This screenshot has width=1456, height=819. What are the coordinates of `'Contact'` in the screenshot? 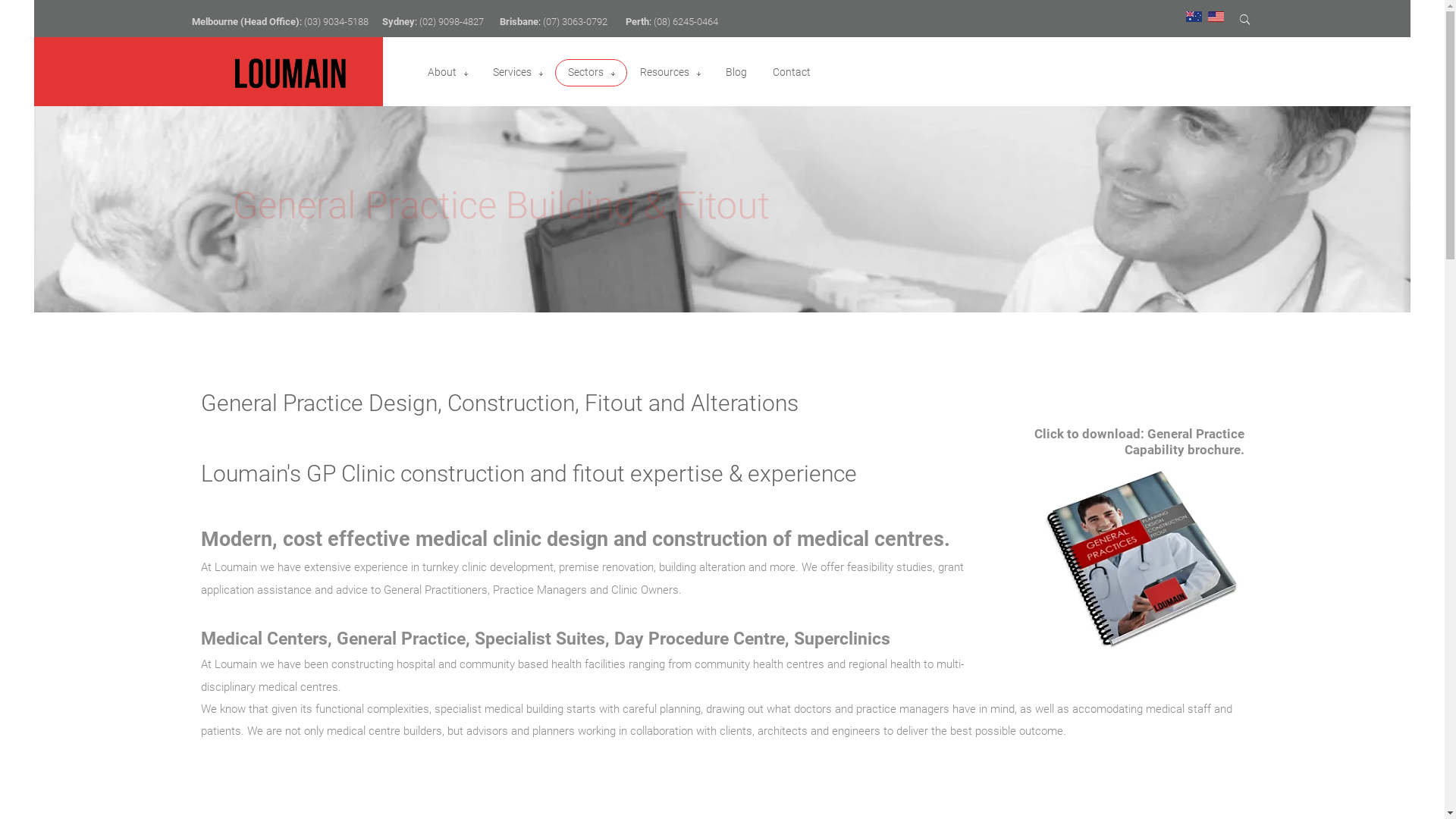 It's located at (768, 72).